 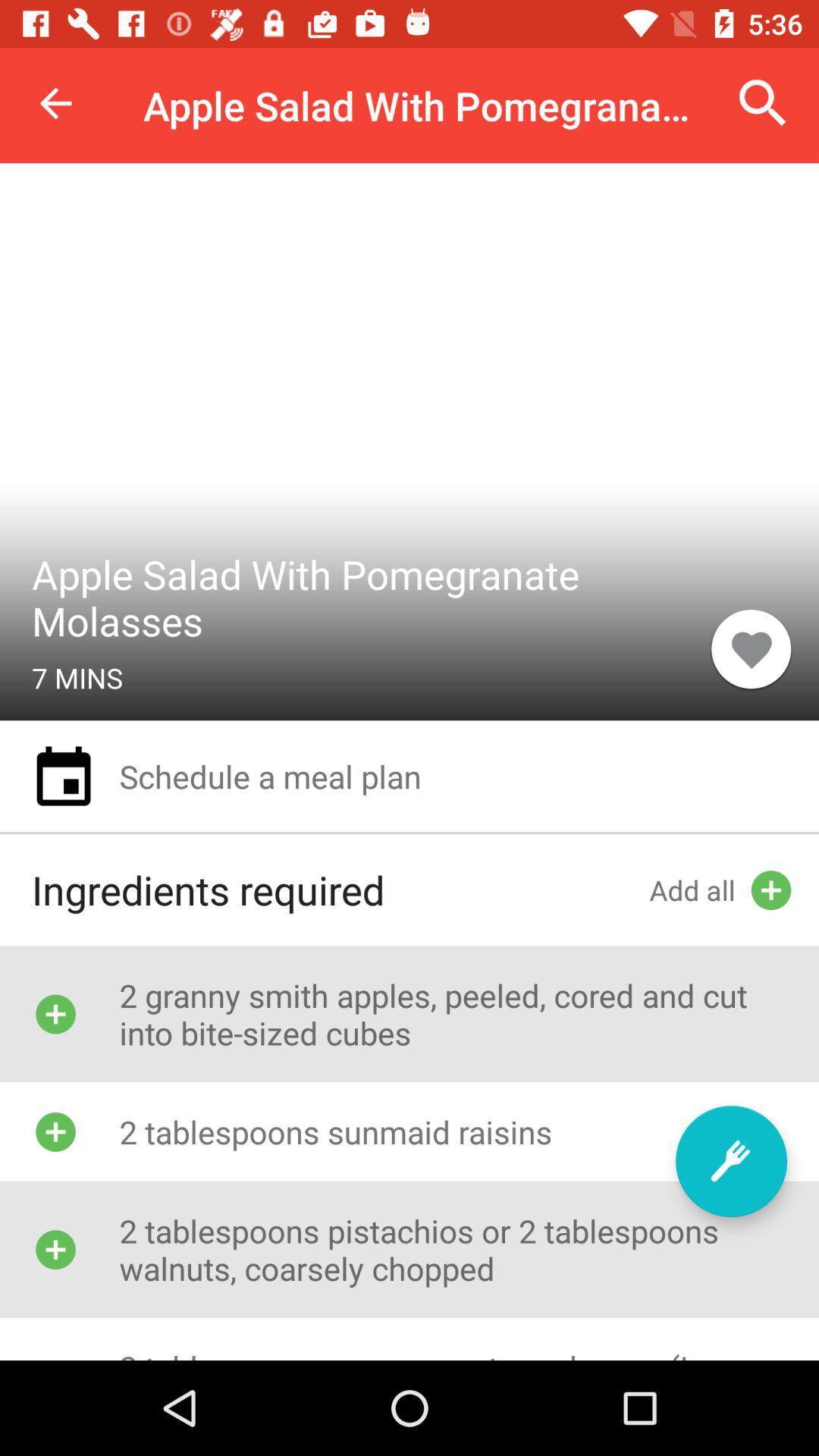 What do you see at coordinates (751, 648) in the screenshot?
I see `icon next to apple salad with icon` at bounding box center [751, 648].